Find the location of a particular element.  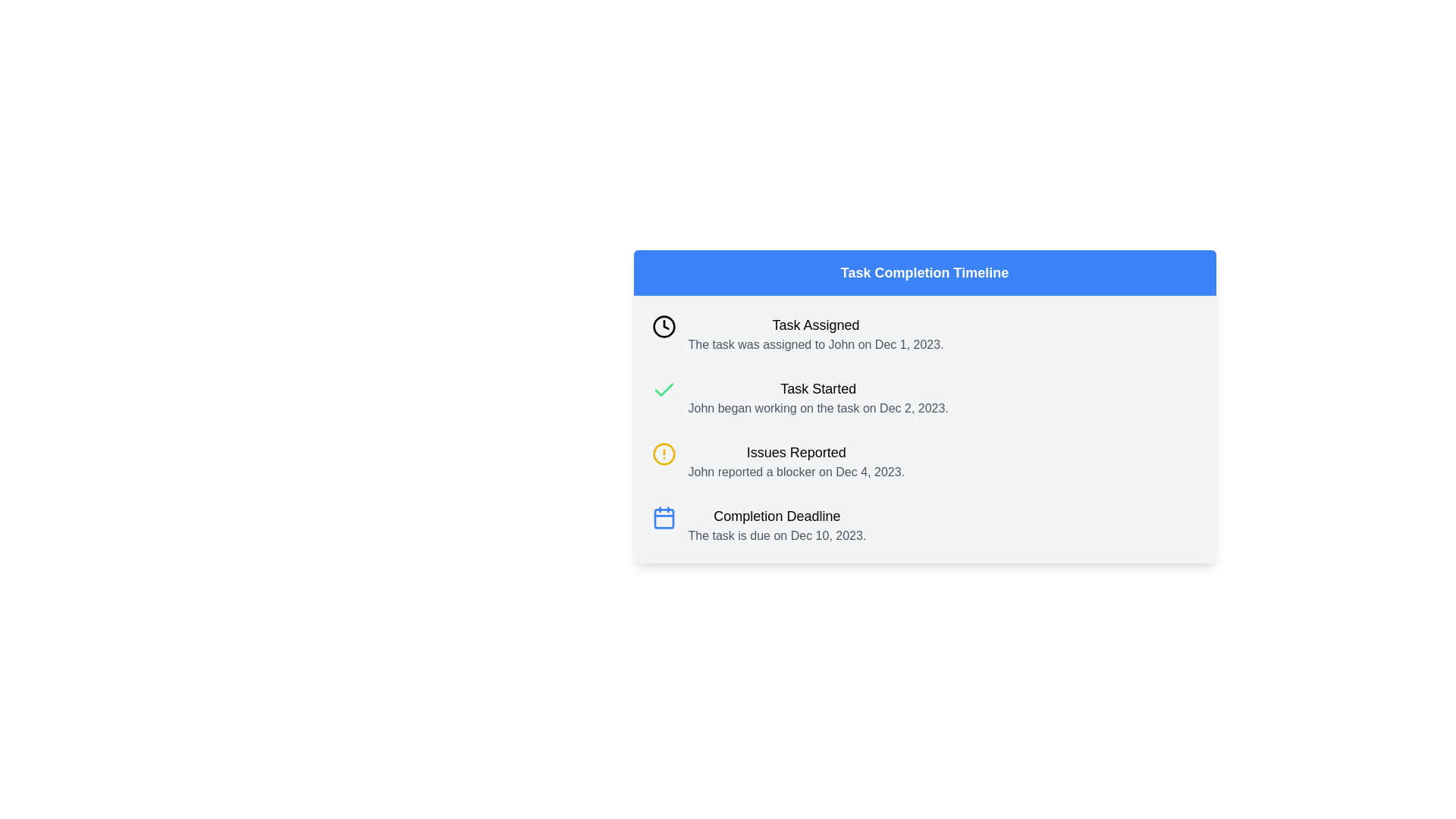

the Informational Card that provides details about the start of a task, located in the vertical timeline under 'Task Completion Timeline', positioned between 'Task Assigned' and 'Issues Reported' is located at coordinates (924, 397).